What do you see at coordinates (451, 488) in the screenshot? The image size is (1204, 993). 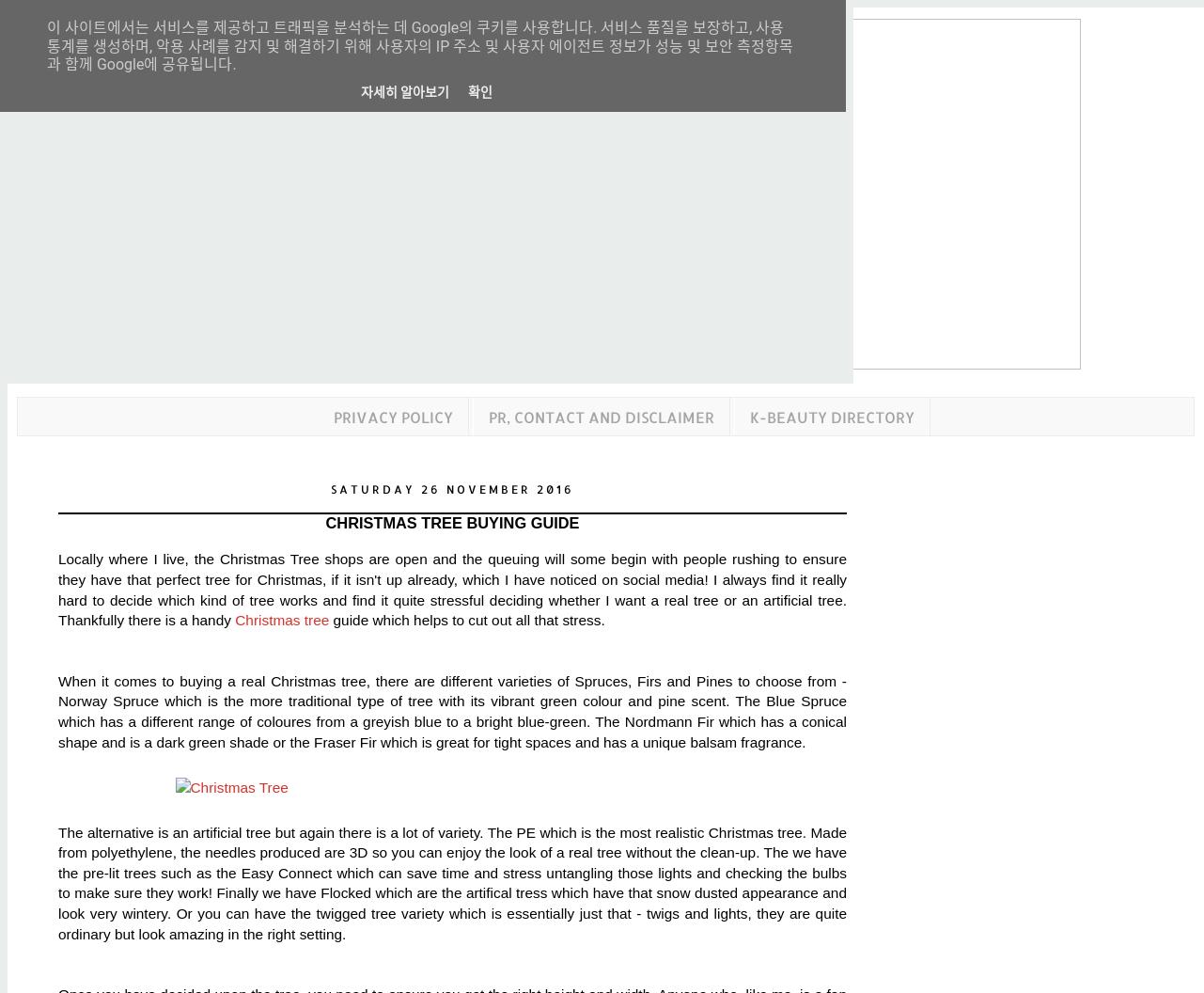 I see `'Saturday 26 November 2016'` at bounding box center [451, 488].